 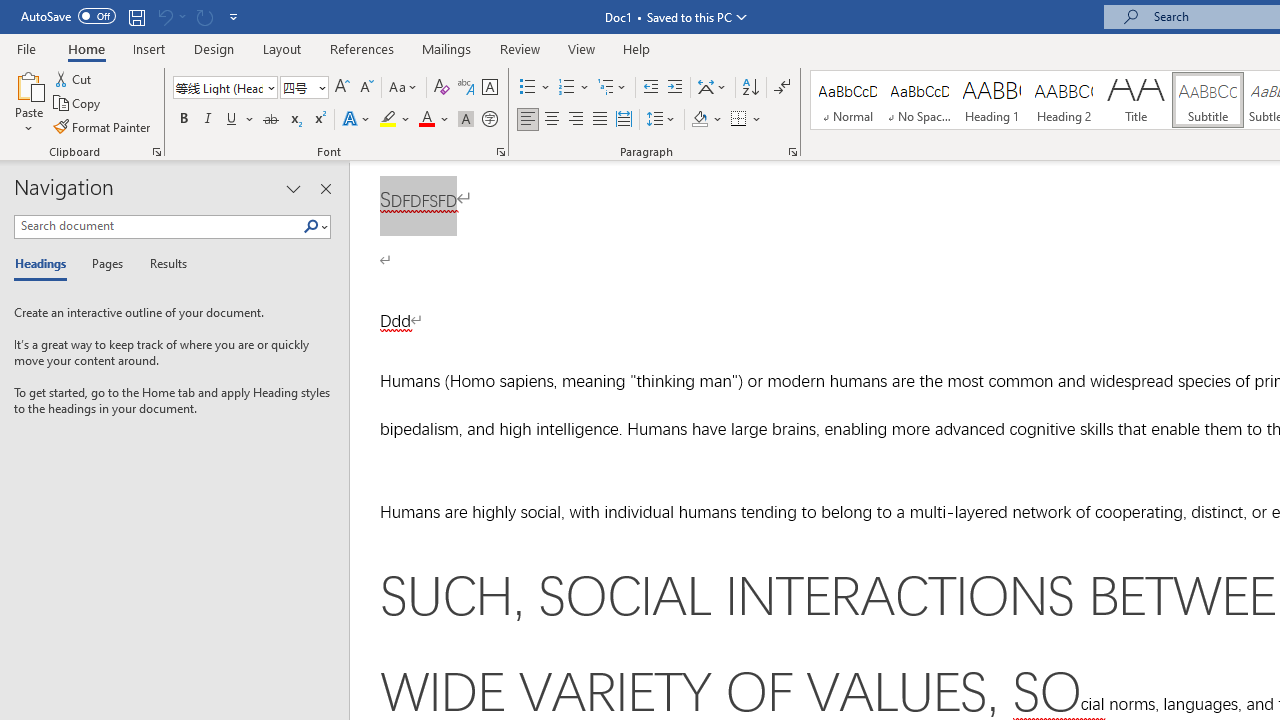 I want to click on 'Line and Paragraph Spacing', so click(x=661, y=119).